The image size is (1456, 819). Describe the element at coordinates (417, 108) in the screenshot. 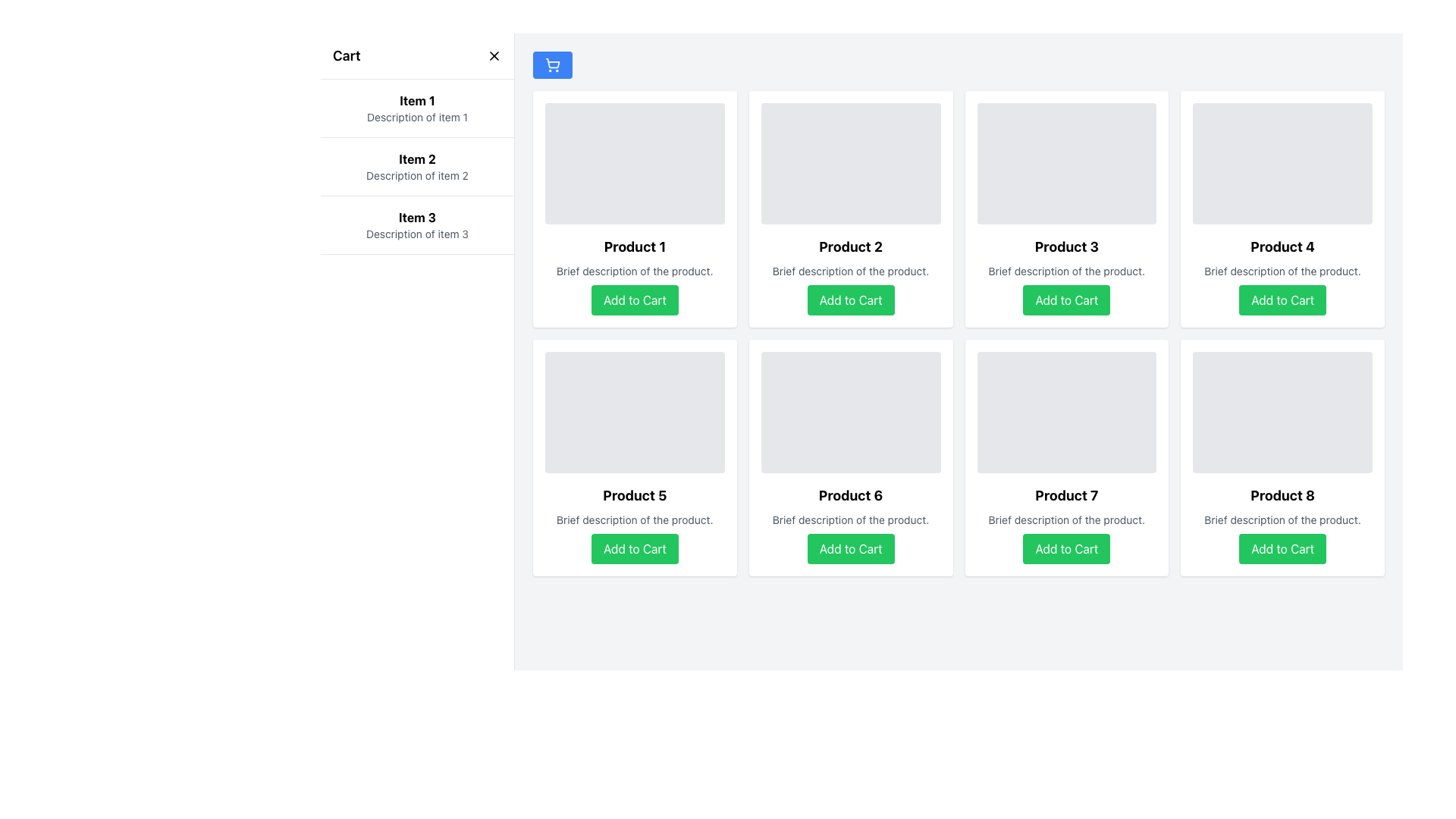

I see `the first list item in the sidebar labeled 'Cart' which displays 'Item 1' in bold and 'Description of item 1' in a smaller font` at that location.